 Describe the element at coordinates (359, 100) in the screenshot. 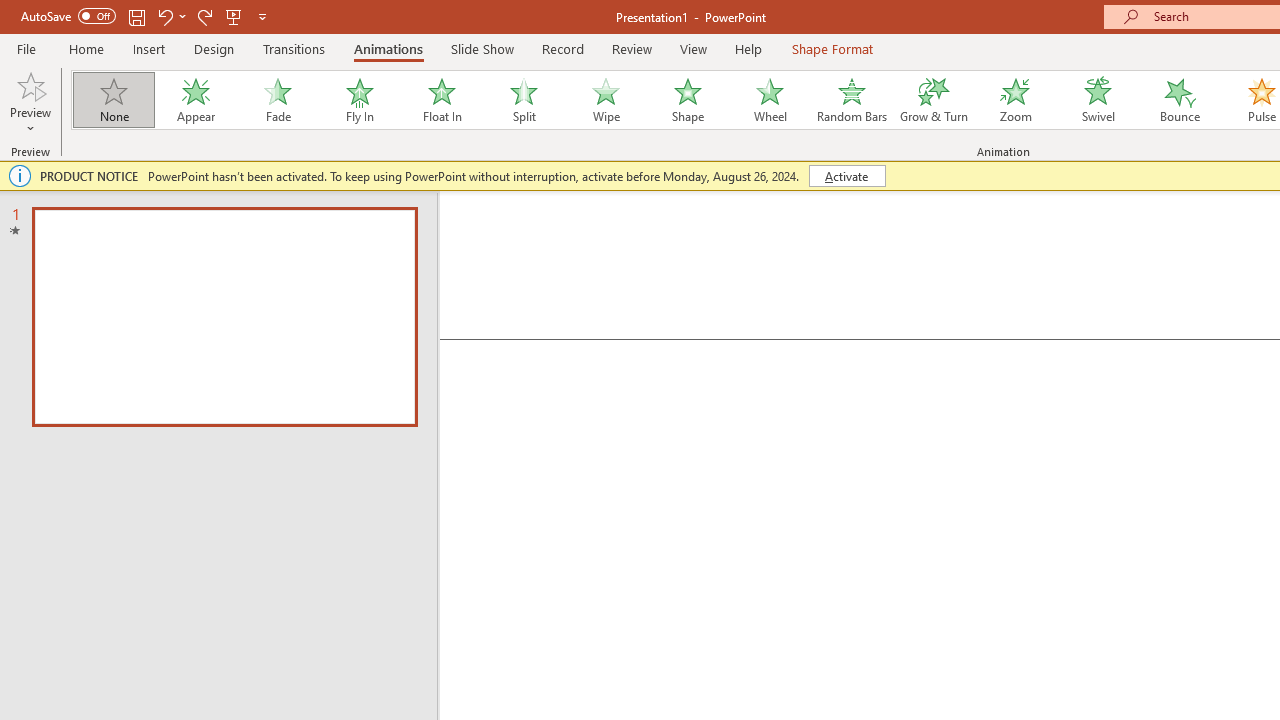

I see `'Fly In'` at that location.